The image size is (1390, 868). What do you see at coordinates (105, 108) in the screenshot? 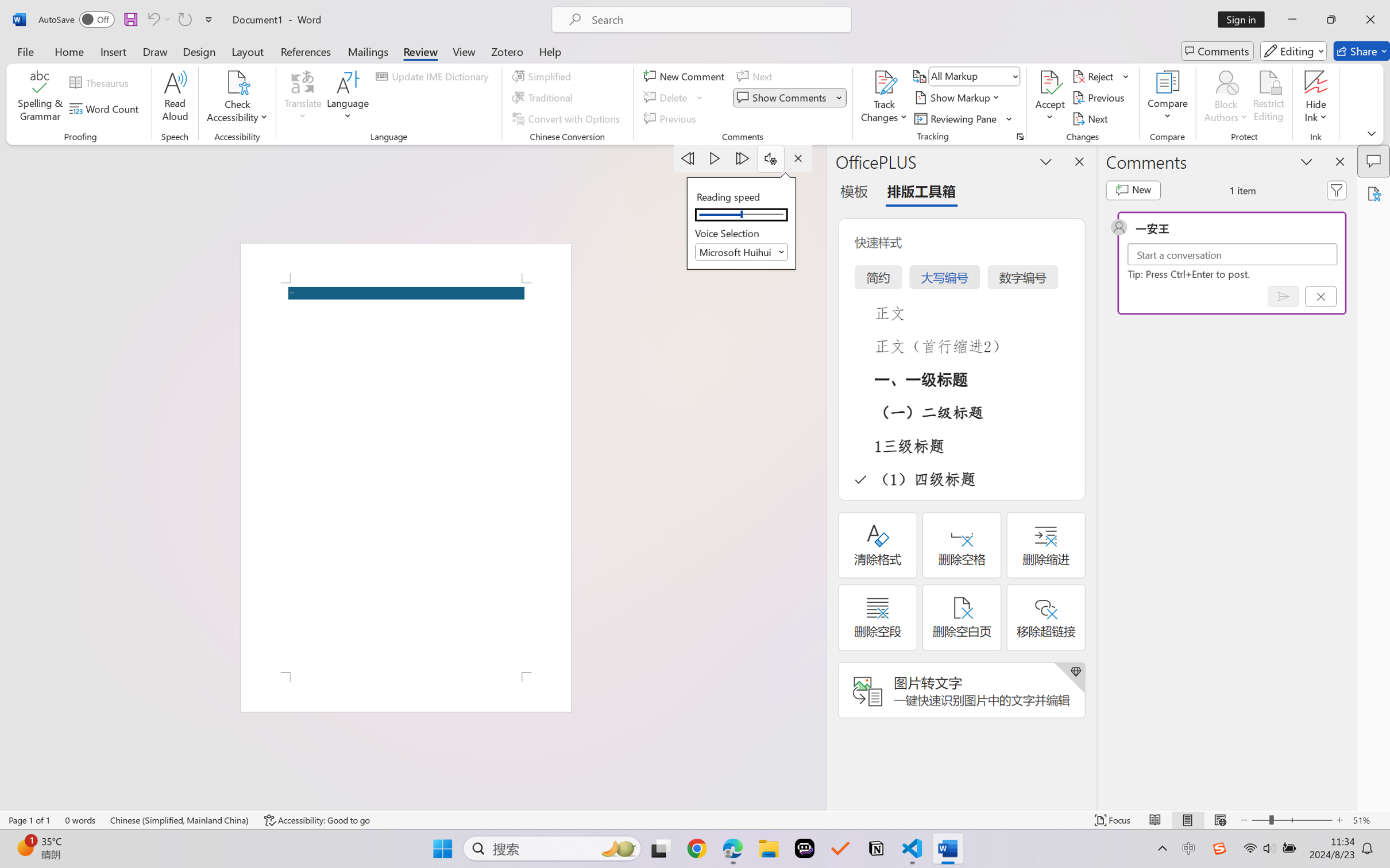
I see `'Word Count'` at bounding box center [105, 108].